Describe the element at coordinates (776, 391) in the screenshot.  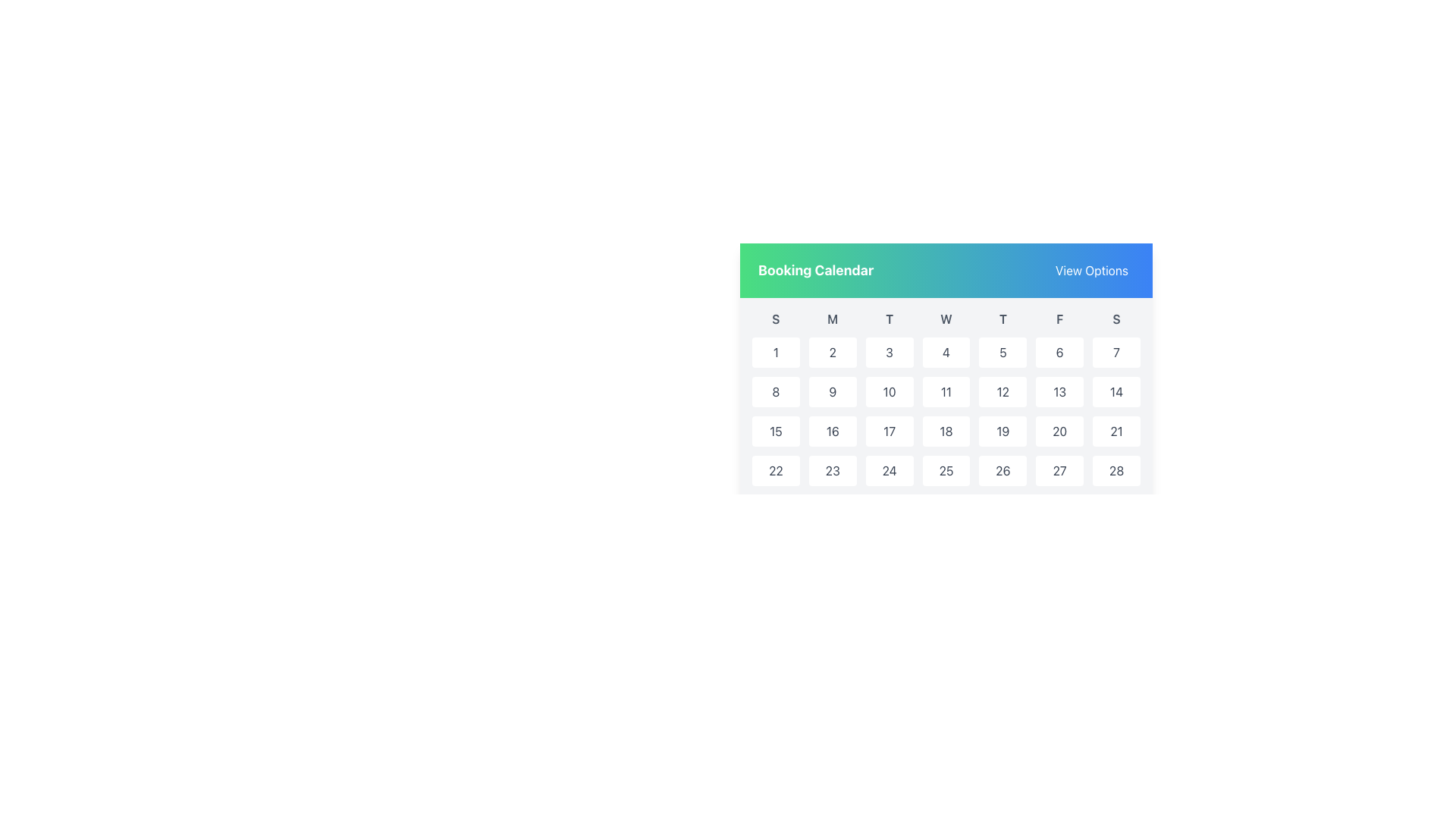
I see `the Calendar Cell displaying the number '8' in the second row and first column of the Booking Calendar` at that location.